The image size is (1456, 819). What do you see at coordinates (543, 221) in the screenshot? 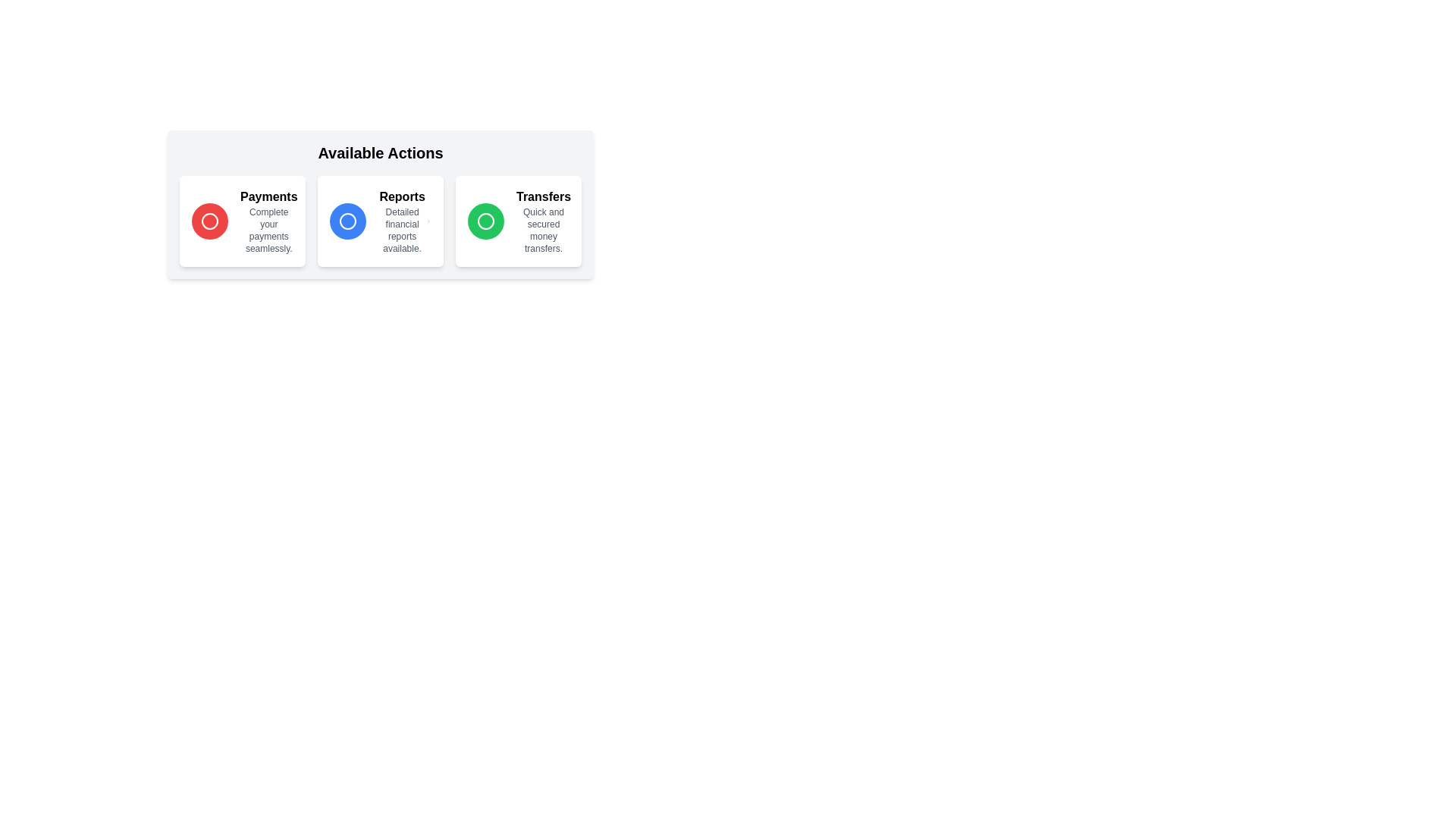
I see `the text label displaying 'Transfers' in bold and 'Quick and secured money transfers.' in smaller gray font, located in the rightmost card of three cards under the title 'Available Actions'` at bounding box center [543, 221].